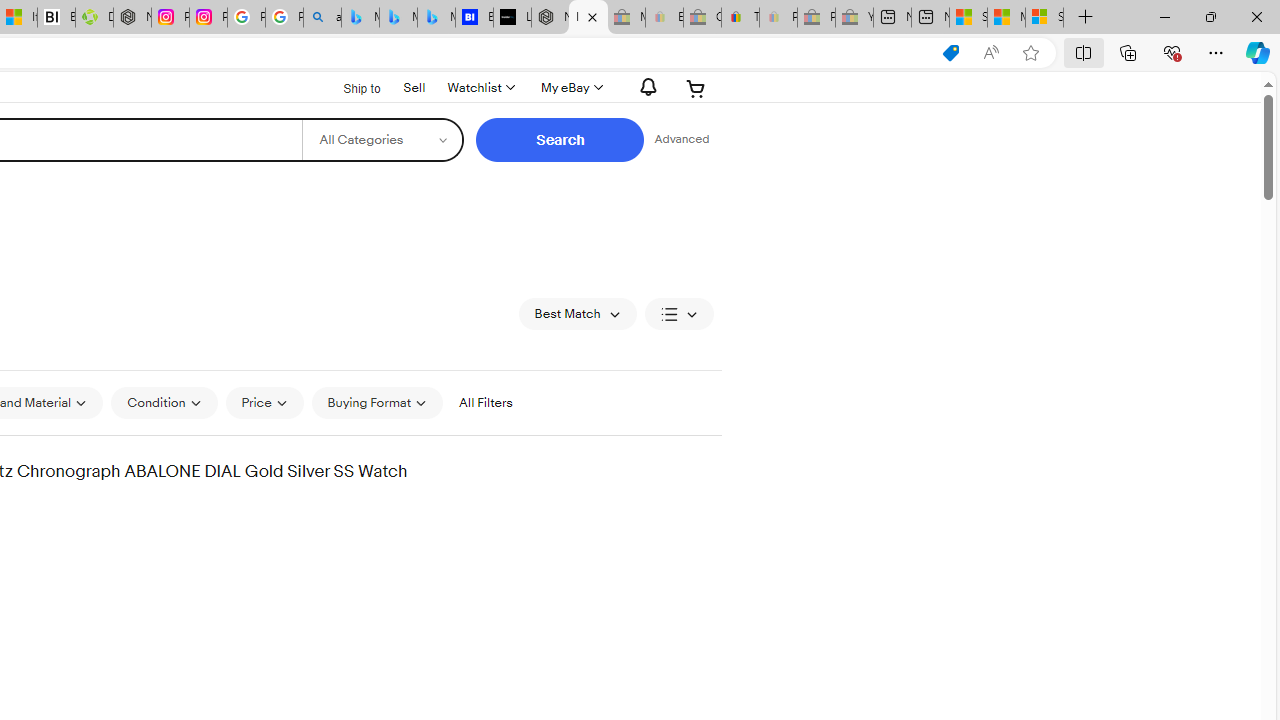  What do you see at coordinates (645, 86) in the screenshot?
I see `'AutomationID: gh-eb-Alerts'` at bounding box center [645, 86].